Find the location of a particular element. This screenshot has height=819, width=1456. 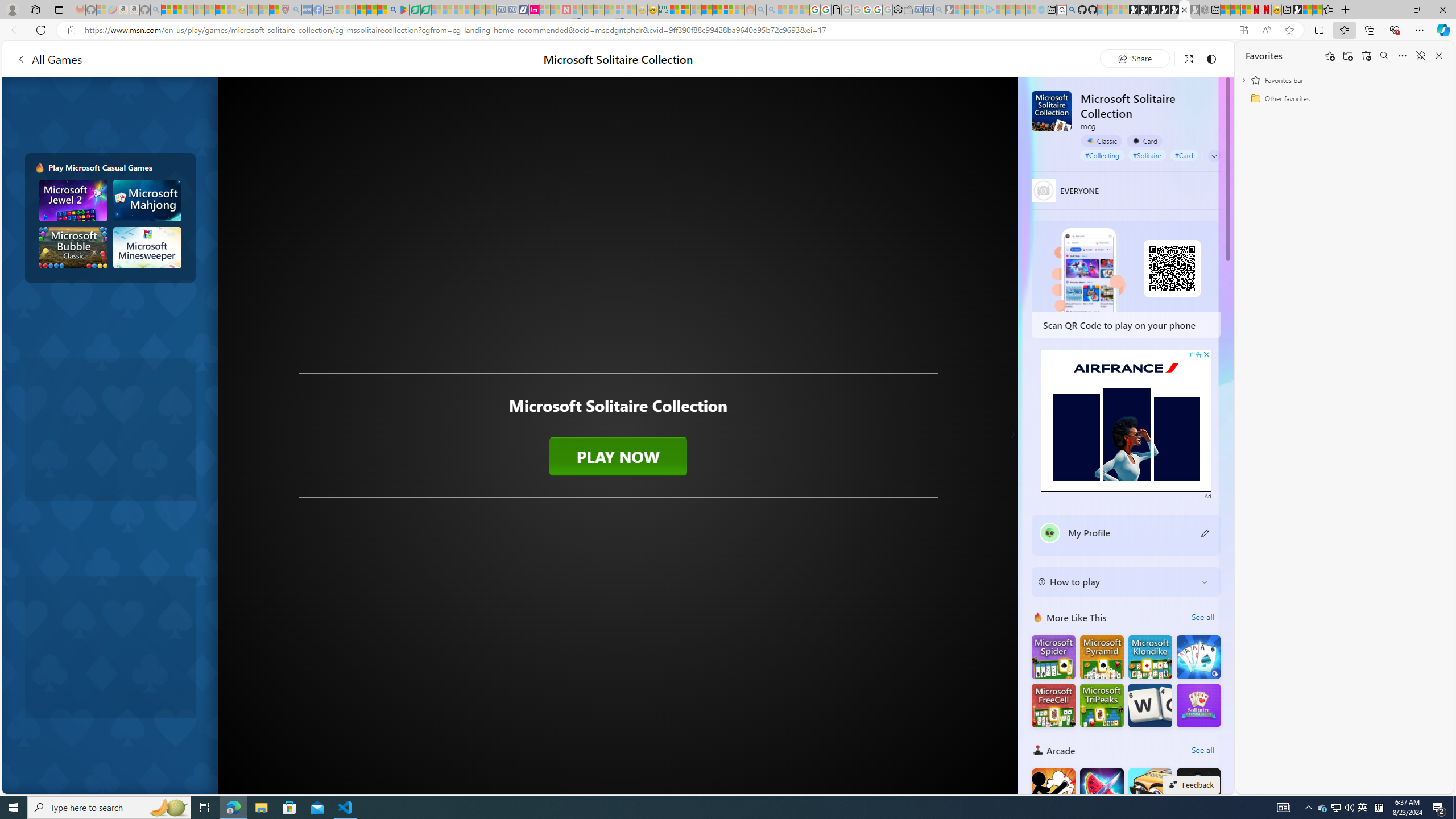

'Expert Portfolios' is located at coordinates (707, 9).